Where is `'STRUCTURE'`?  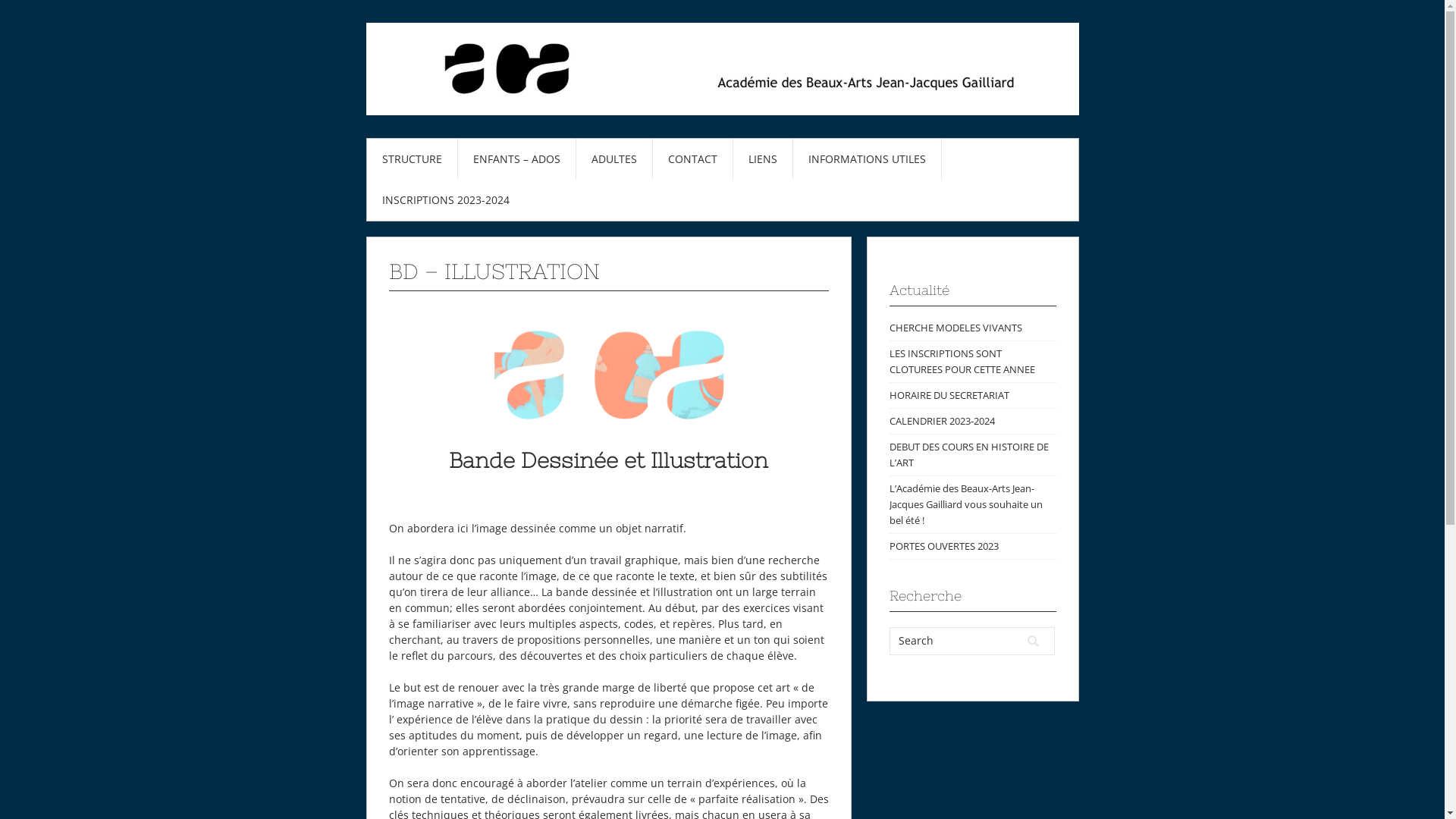
'STRUCTURE' is located at coordinates (412, 158).